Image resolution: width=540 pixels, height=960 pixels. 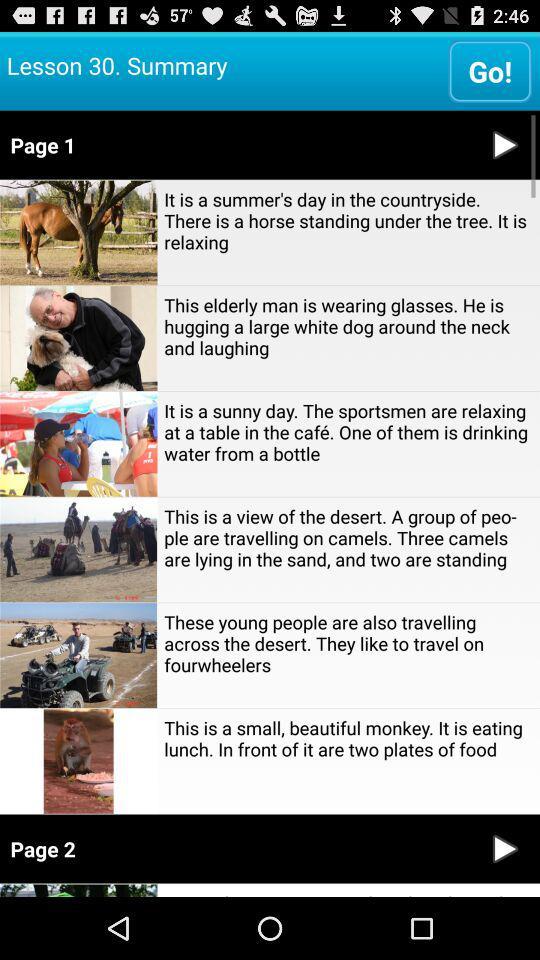 I want to click on the item below go! item, so click(x=234, y=143).